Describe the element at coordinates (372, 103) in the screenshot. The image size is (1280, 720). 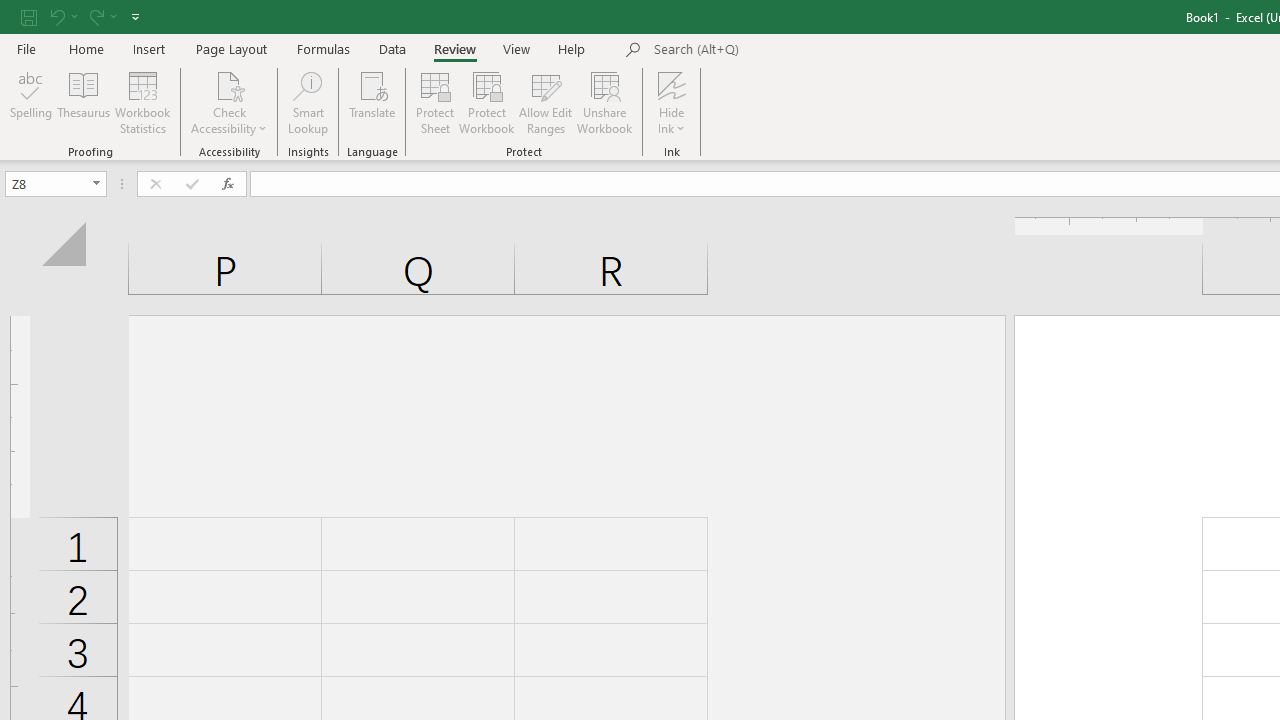
I see `'Translate'` at that location.